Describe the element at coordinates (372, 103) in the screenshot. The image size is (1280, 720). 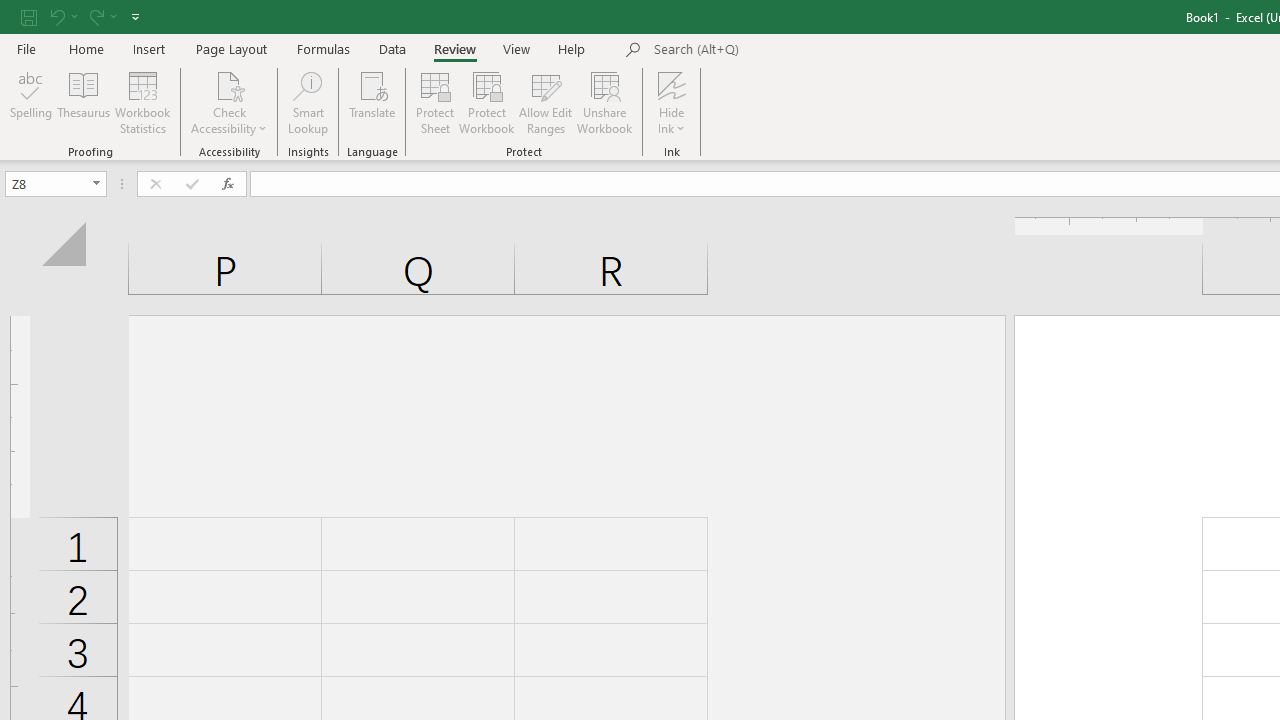
I see `'Translate'` at that location.